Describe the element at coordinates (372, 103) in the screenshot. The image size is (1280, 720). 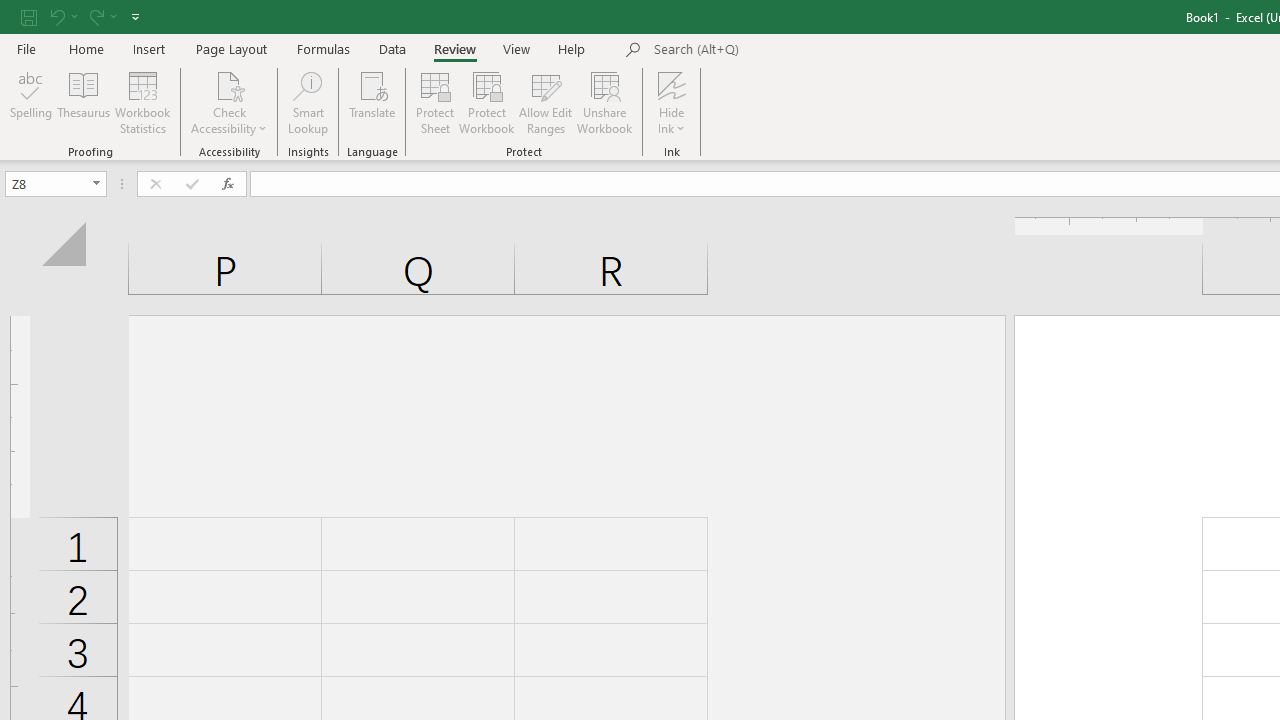
I see `'Translate'` at that location.